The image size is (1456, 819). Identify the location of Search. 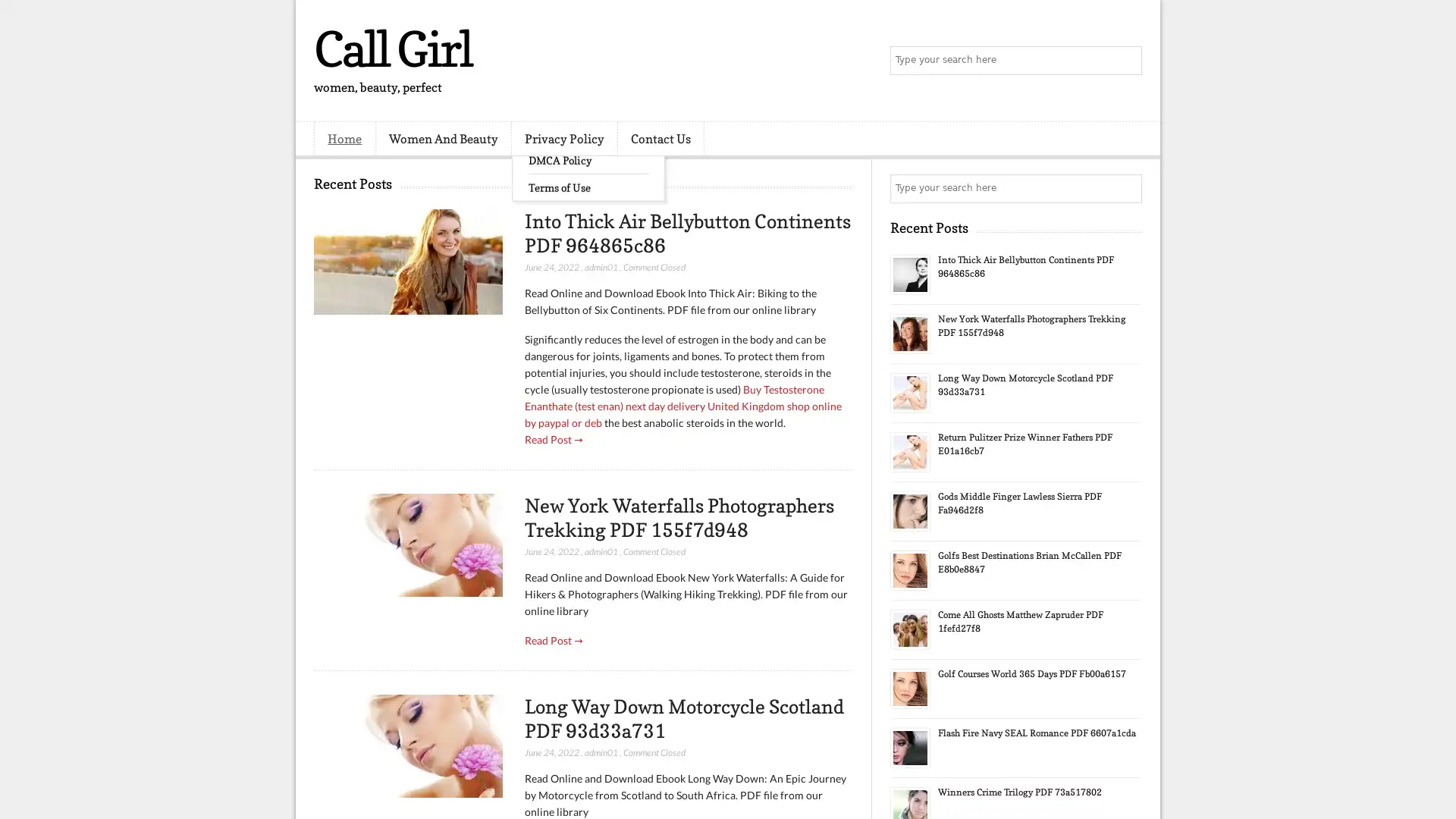
(1126, 188).